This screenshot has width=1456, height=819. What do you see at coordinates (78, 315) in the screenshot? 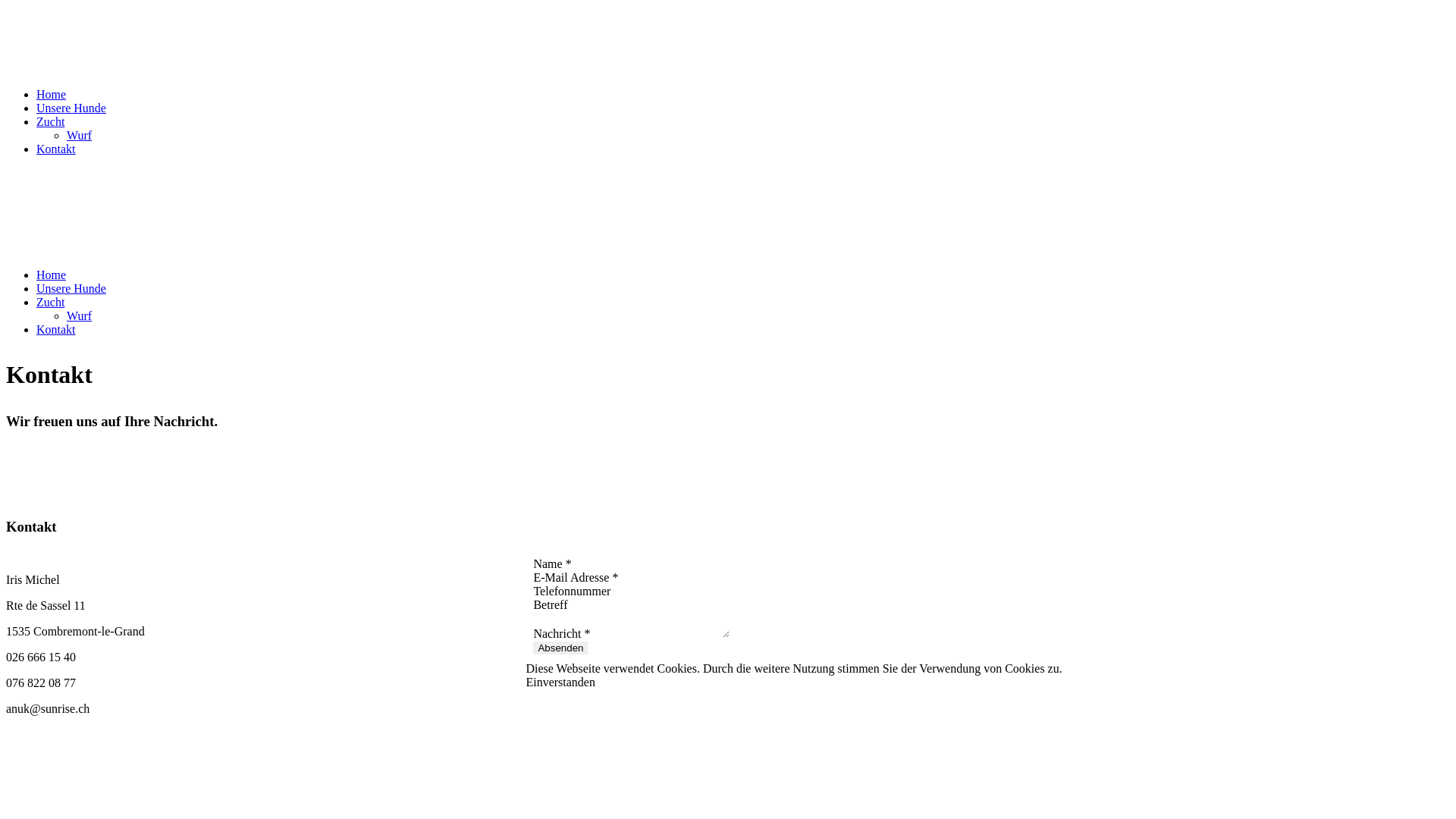
I see `'Wurf'` at bounding box center [78, 315].